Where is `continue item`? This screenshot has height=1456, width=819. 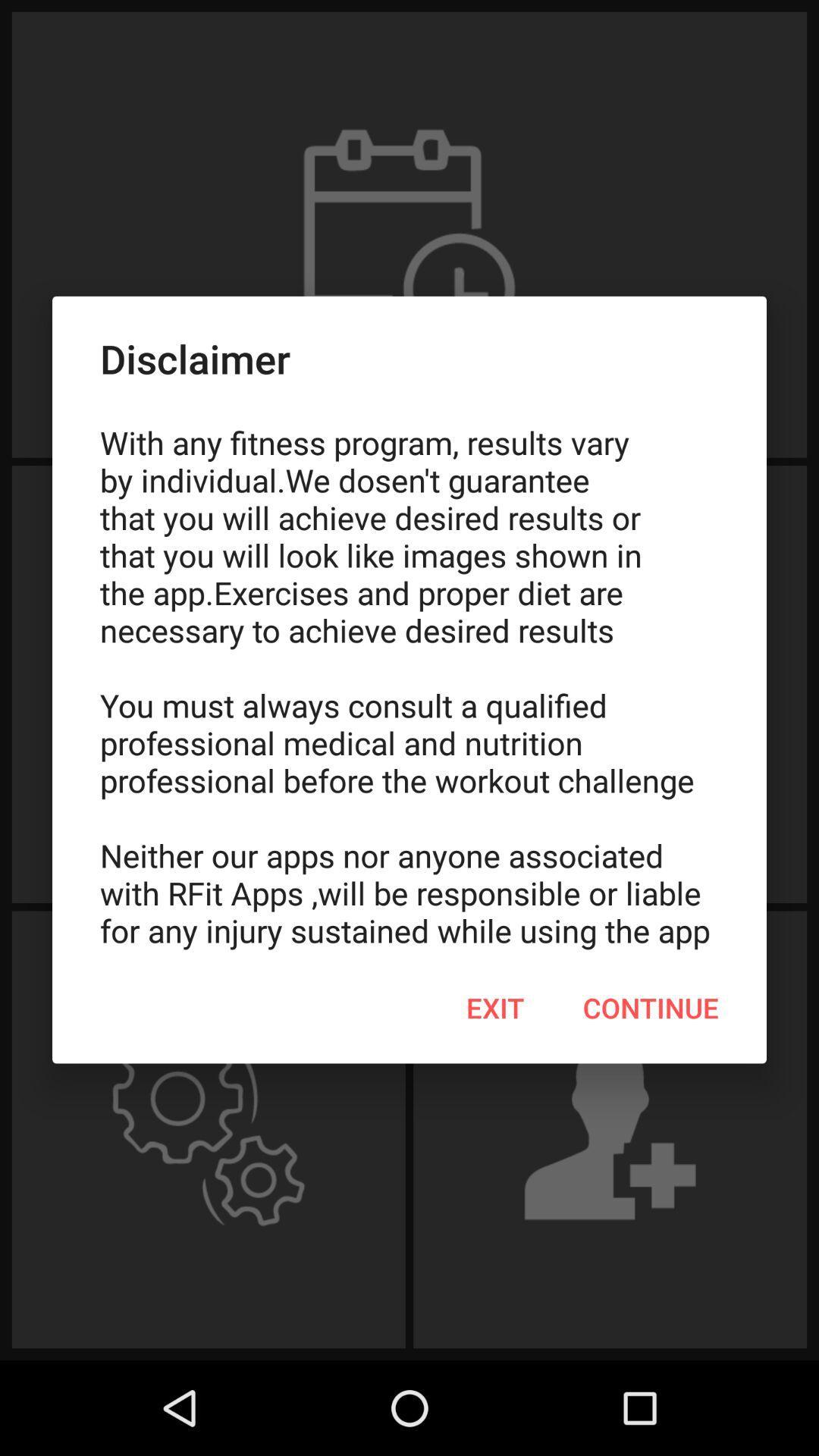 continue item is located at coordinates (650, 1008).